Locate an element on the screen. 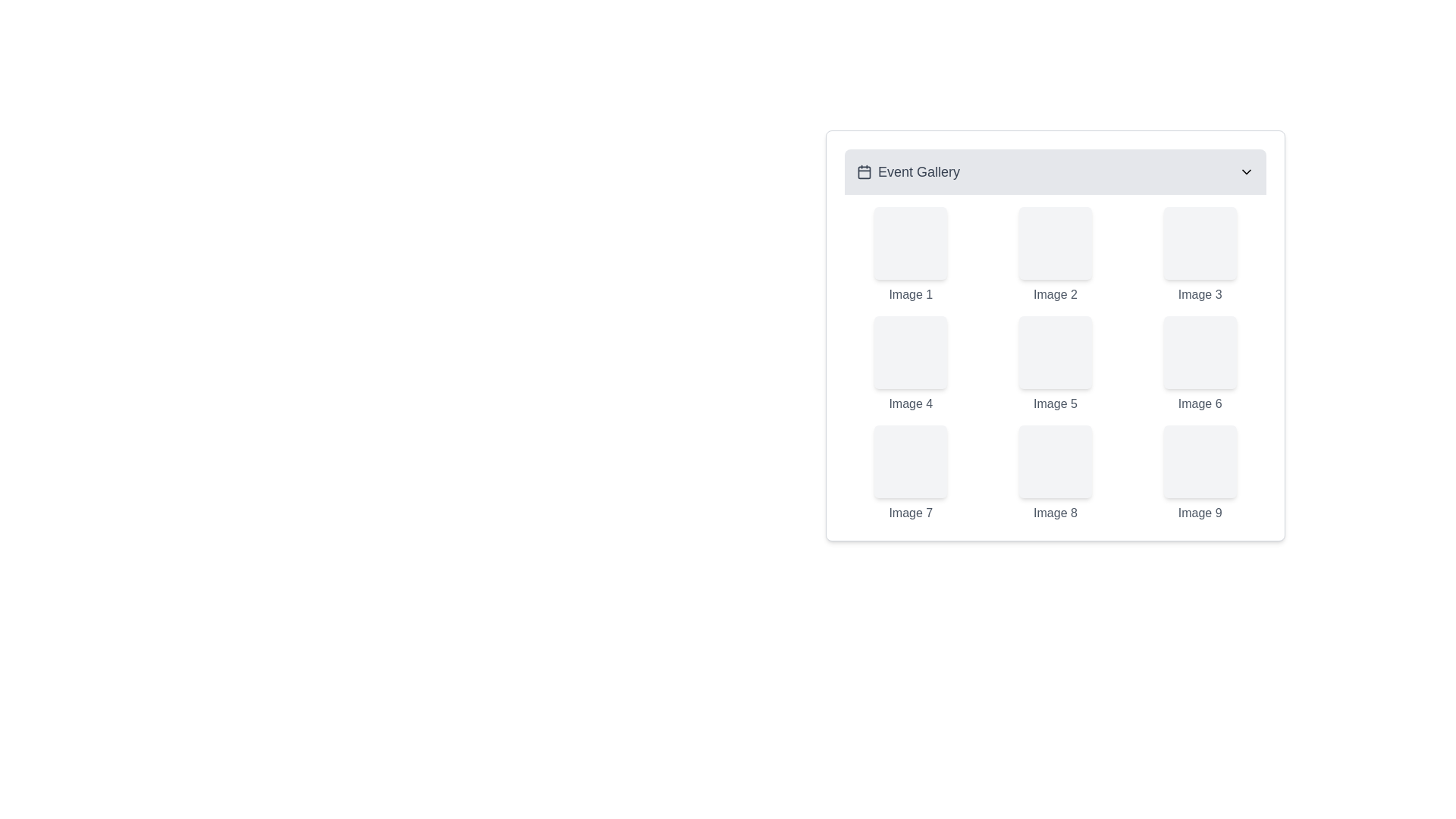  the gallery item labeled as 'Image 3', which is the third item is located at coordinates (1199, 254).